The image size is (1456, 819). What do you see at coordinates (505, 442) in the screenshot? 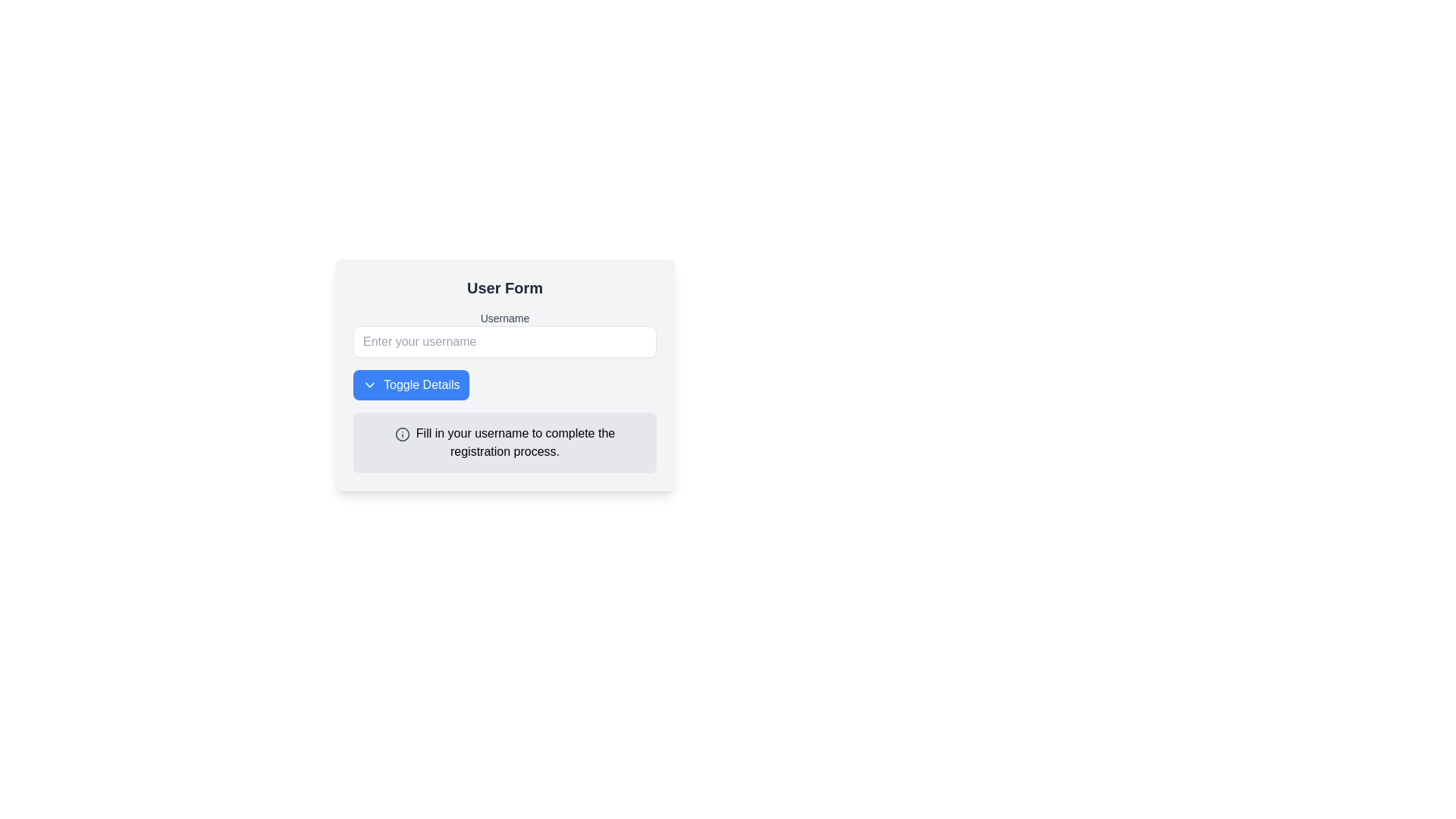
I see `the informational text block with an icon that contains the text 'Fill in your username to complete the registration process.'` at bounding box center [505, 442].